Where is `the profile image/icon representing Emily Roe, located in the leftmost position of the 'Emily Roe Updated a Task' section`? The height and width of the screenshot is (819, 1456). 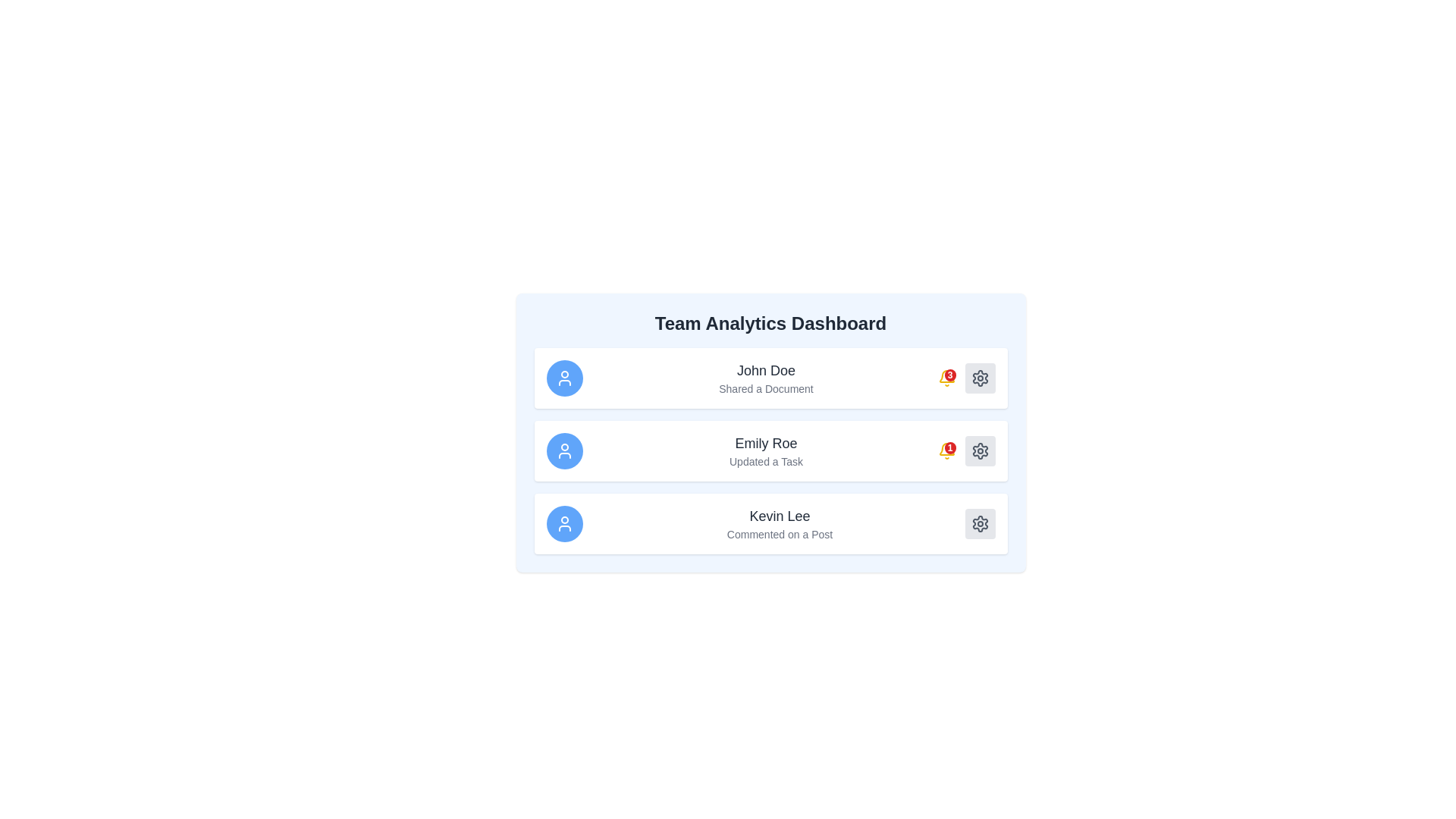
the profile image/icon representing Emily Roe, located in the leftmost position of the 'Emily Roe Updated a Task' section is located at coordinates (563, 450).